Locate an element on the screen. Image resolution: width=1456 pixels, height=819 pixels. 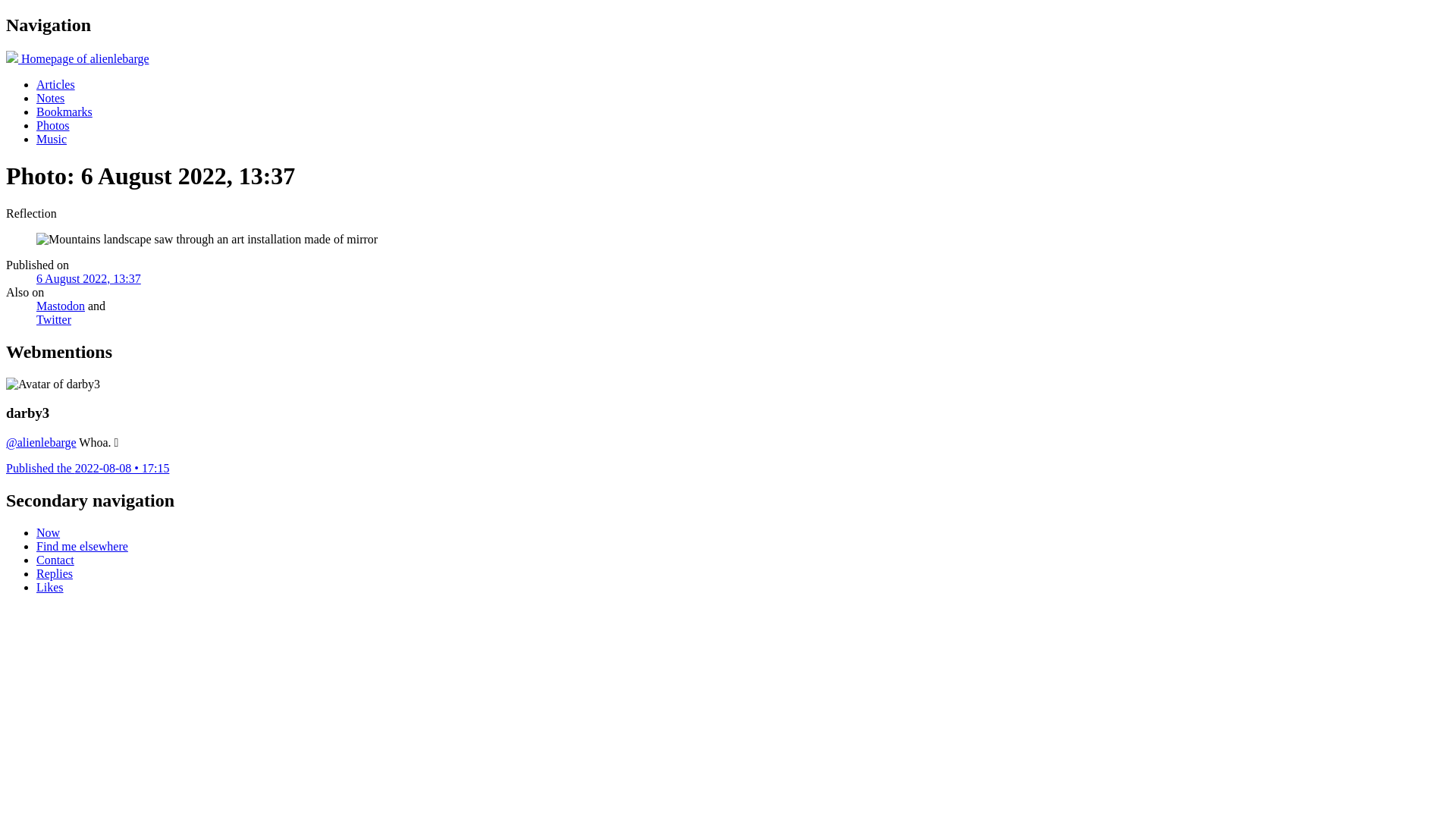
'Twitter' is located at coordinates (54, 318).